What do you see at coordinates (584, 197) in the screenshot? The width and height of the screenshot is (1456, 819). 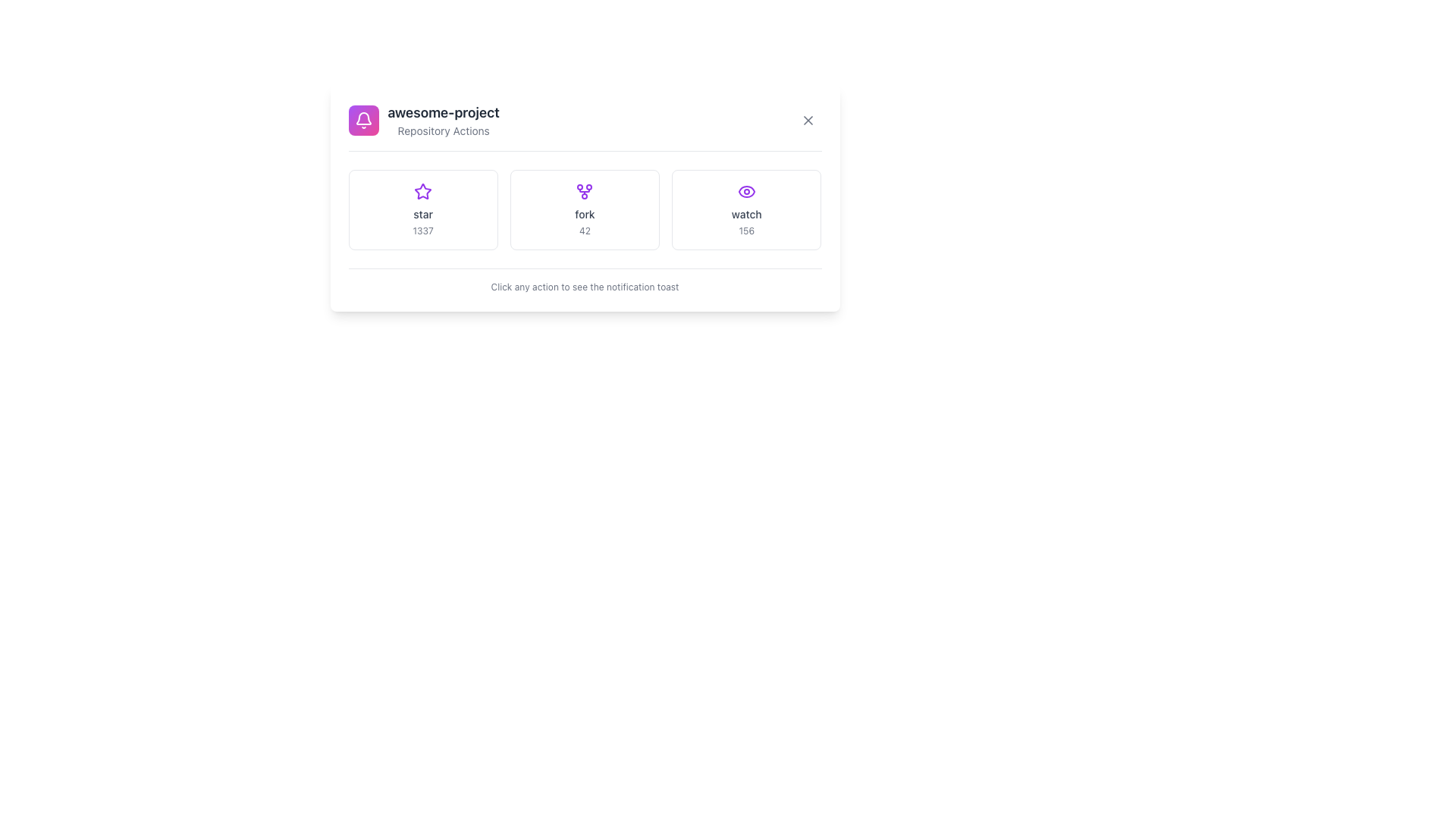 I see `the second item ('fork') in the grid of actionable card items within the dialog box to interact with it` at bounding box center [584, 197].